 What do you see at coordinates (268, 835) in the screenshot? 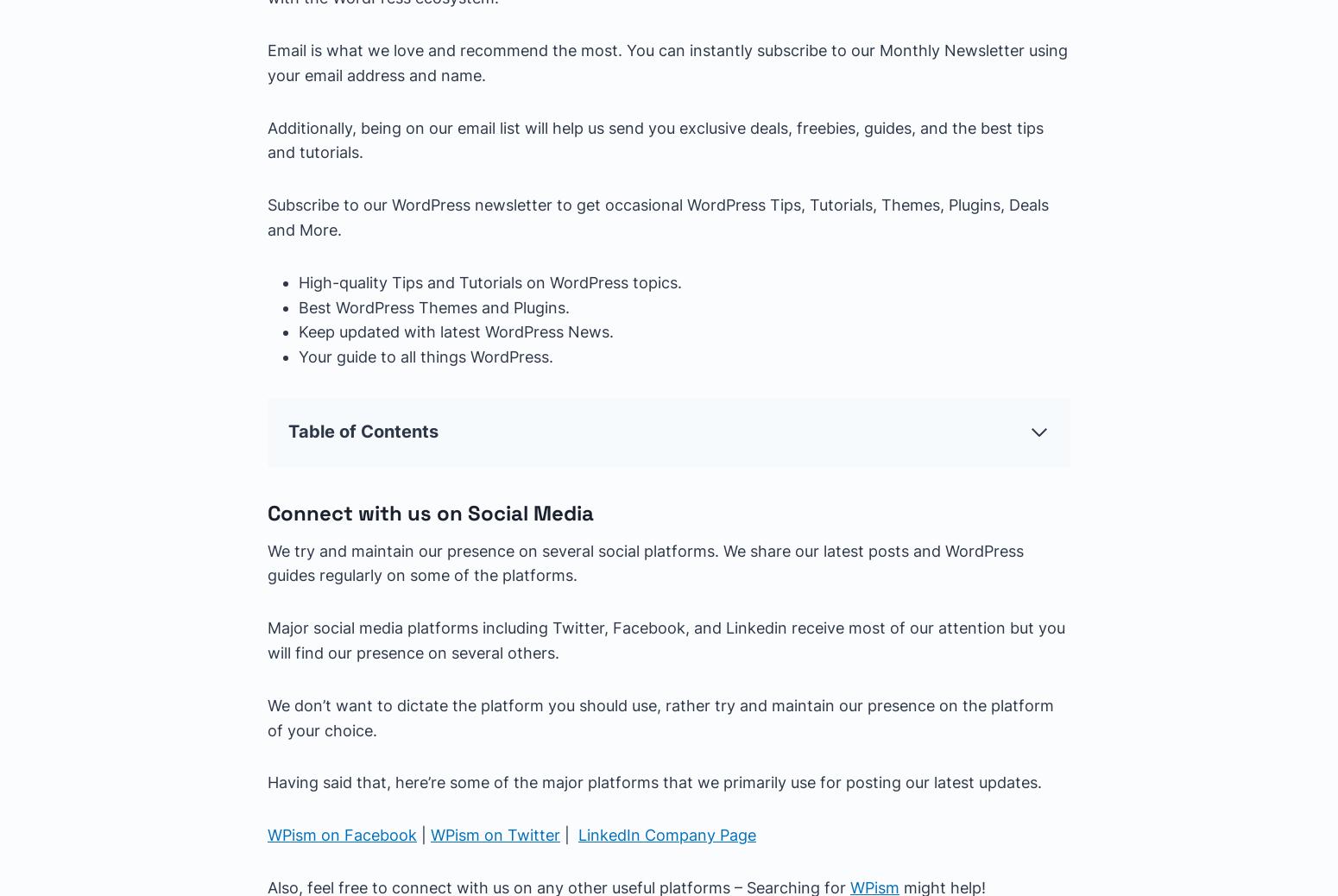
I see `'WPism on Facebook'` at bounding box center [268, 835].